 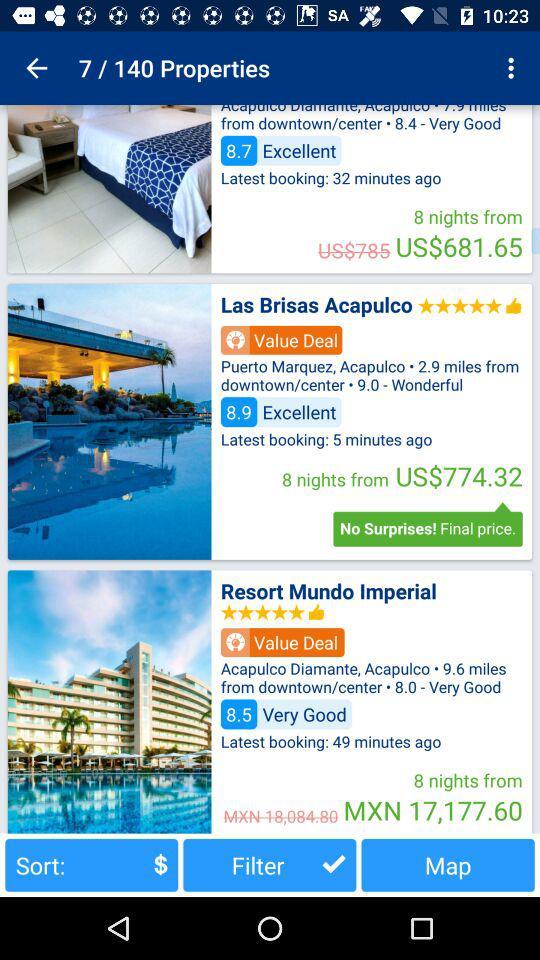 What do you see at coordinates (448, 864) in the screenshot?
I see `map button` at bounding box center [448, 864].